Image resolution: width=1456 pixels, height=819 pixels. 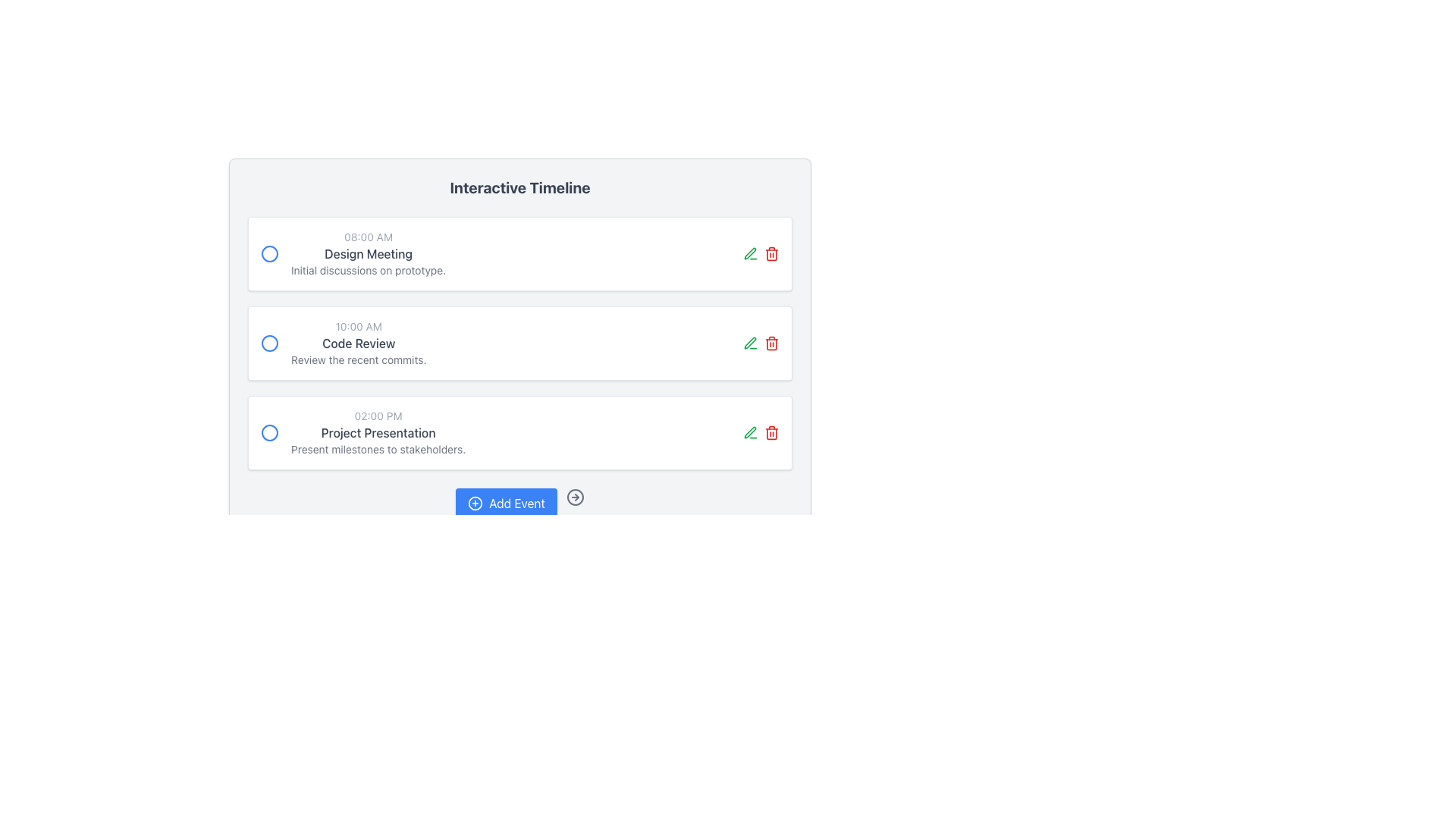 I want to click on the edit button icon (pen icon) located to the right of the description and time text of the second timeline item, so click(x=750, y=253).